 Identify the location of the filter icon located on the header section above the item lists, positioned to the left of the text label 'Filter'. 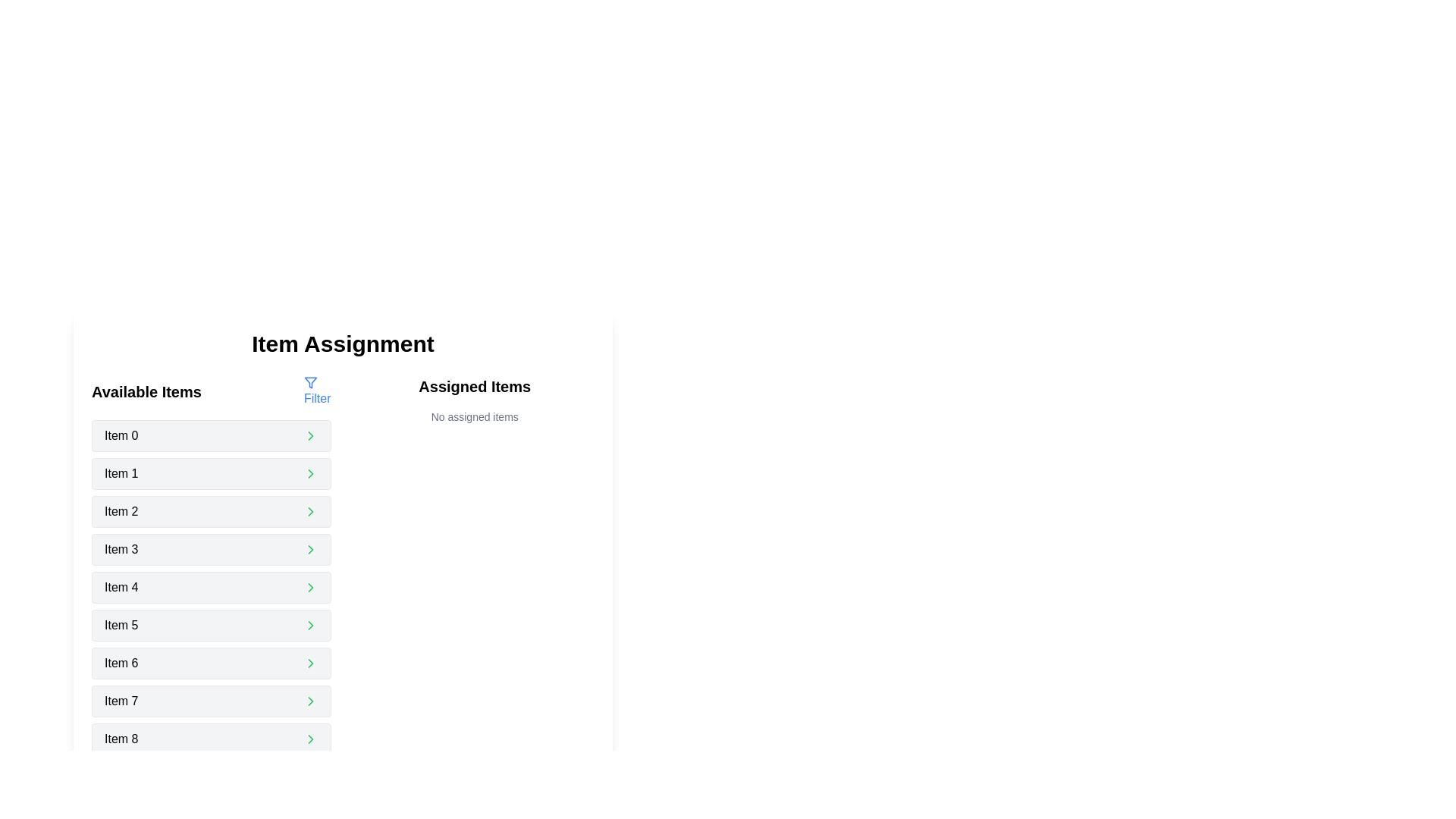
(309, 382).